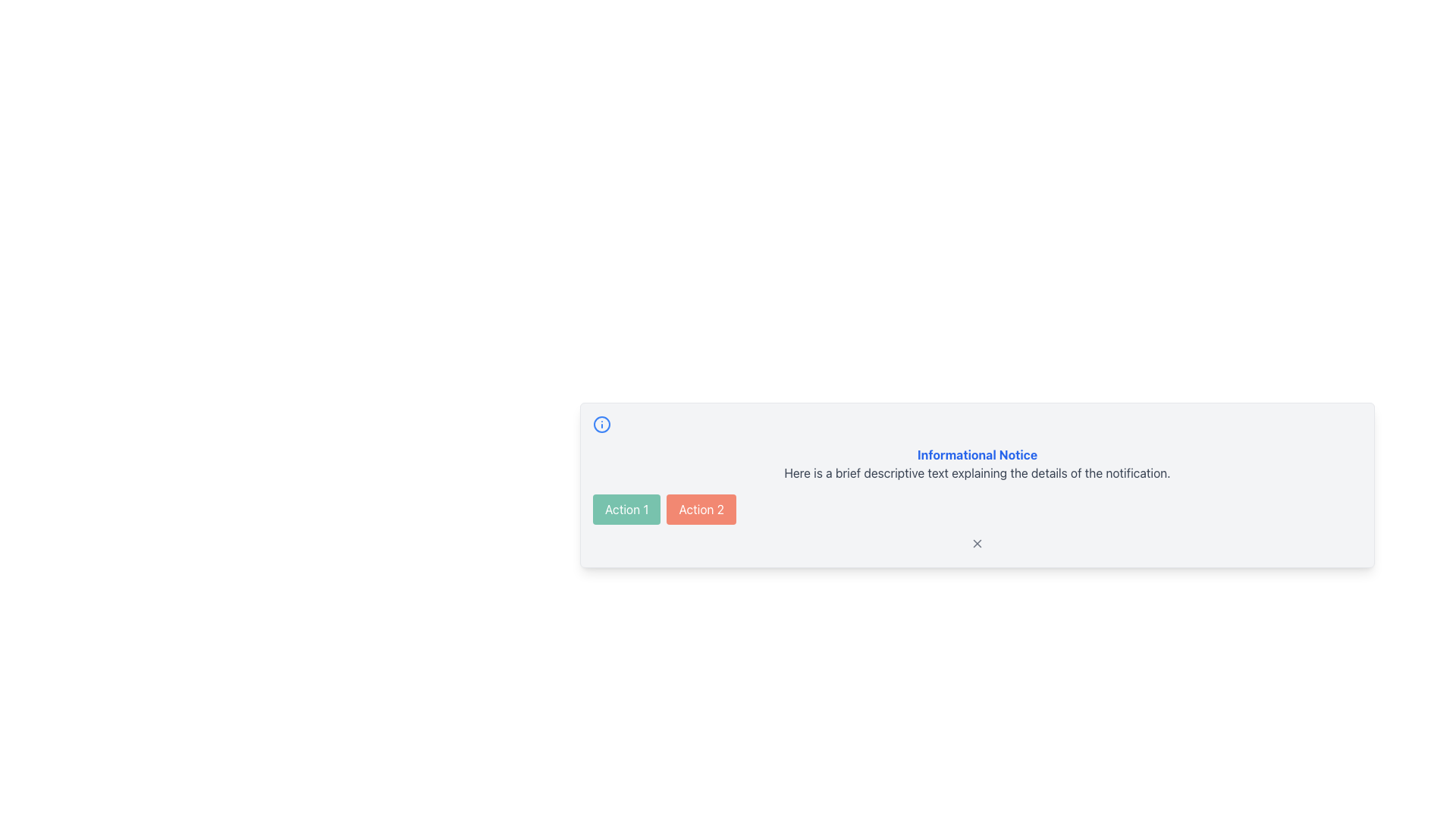 Image resolution: width=1456 pixels, height=819 pixels. I want to click on the second button labeled 'Action 2', so click(701, 509).